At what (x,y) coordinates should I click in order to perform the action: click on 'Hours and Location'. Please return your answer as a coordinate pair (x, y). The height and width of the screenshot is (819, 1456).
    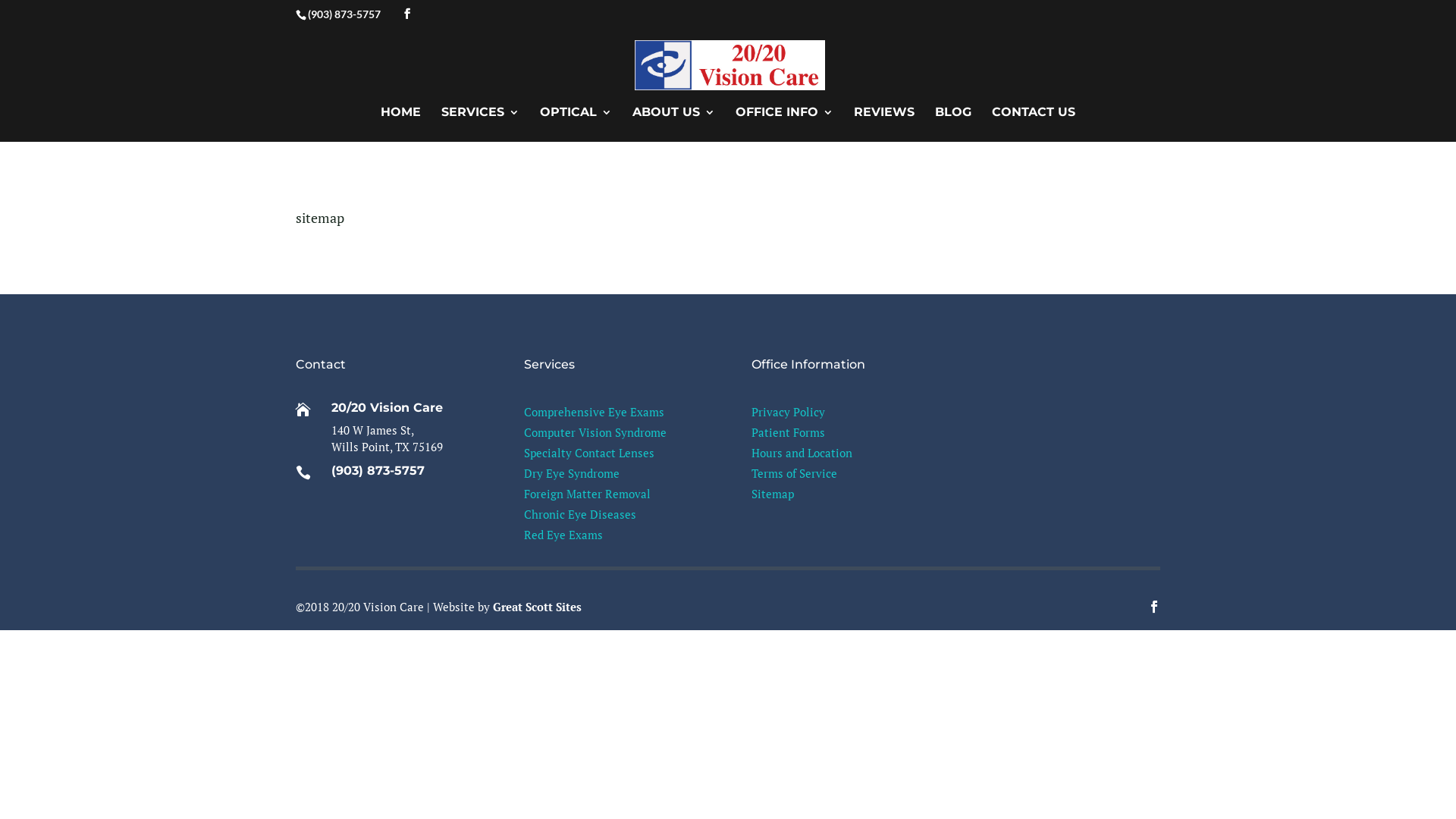
    Looking at the image, I should click on (751, 452).